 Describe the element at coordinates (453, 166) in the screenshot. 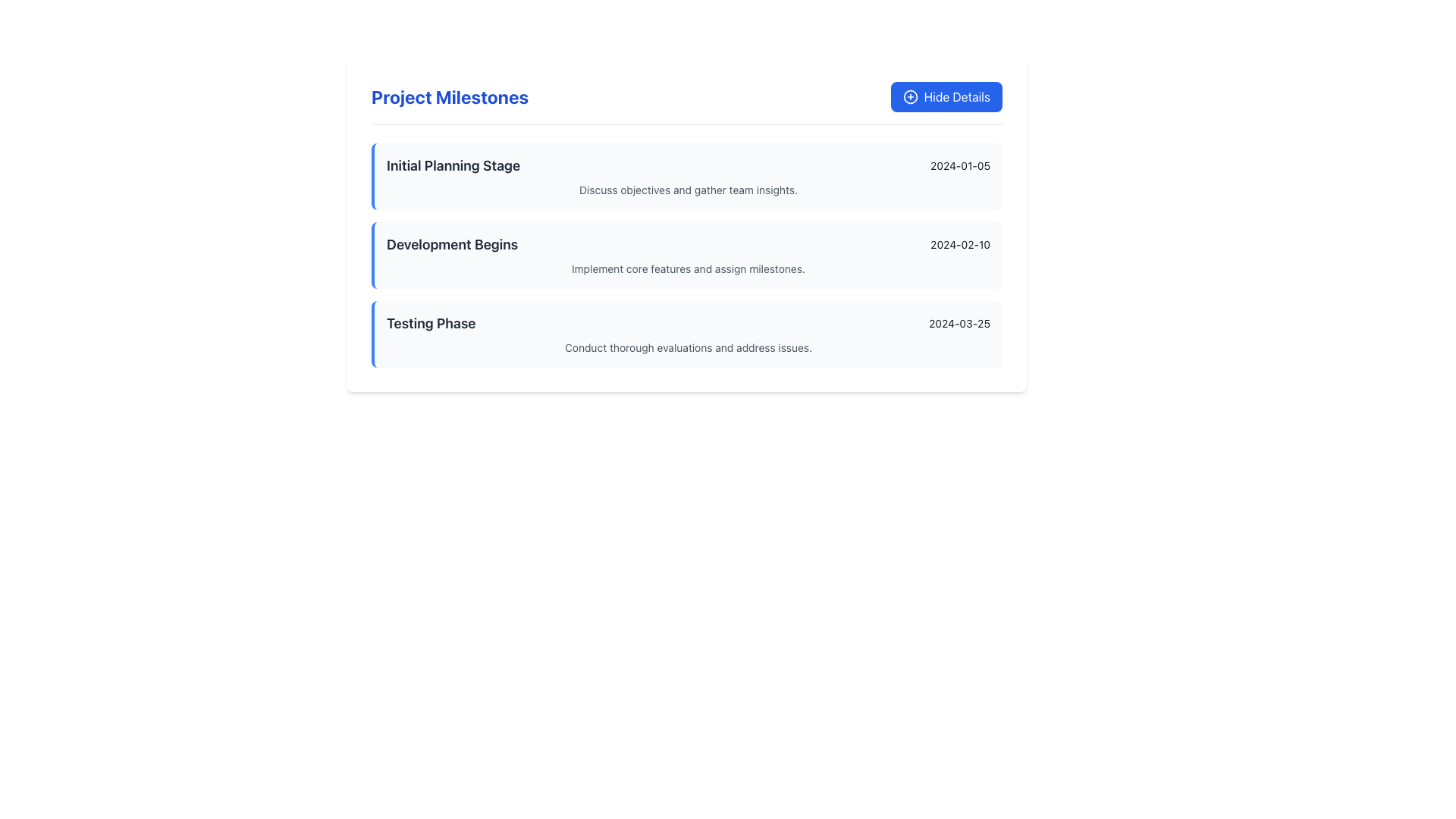

I see `the Text Label that serves as a title or header for the corresponding section, positioned in the top-left corner of its horizontal layout group` at that location.